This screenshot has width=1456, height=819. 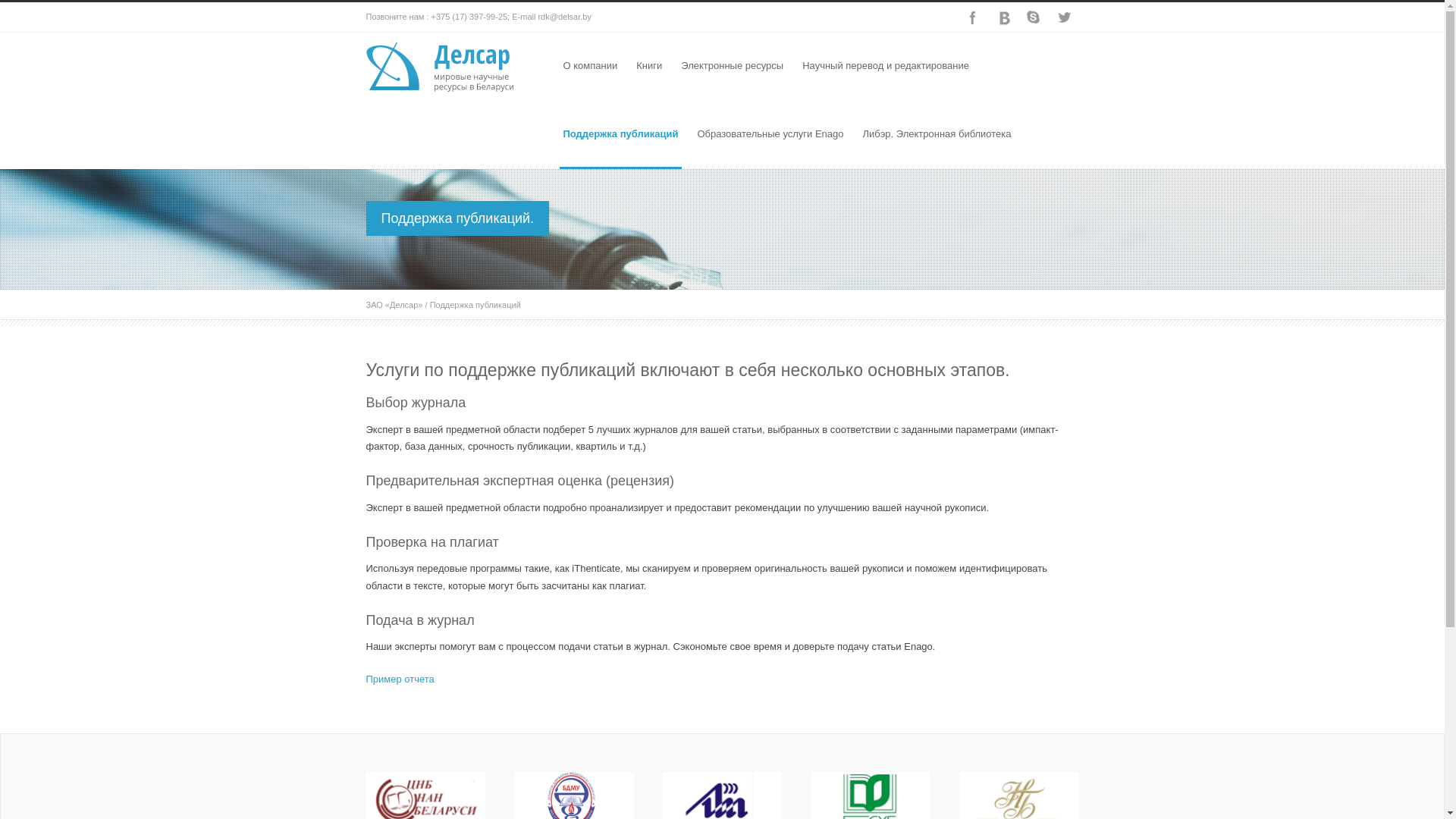 I want to click on 'Facebook', so click(x=971, y=17).